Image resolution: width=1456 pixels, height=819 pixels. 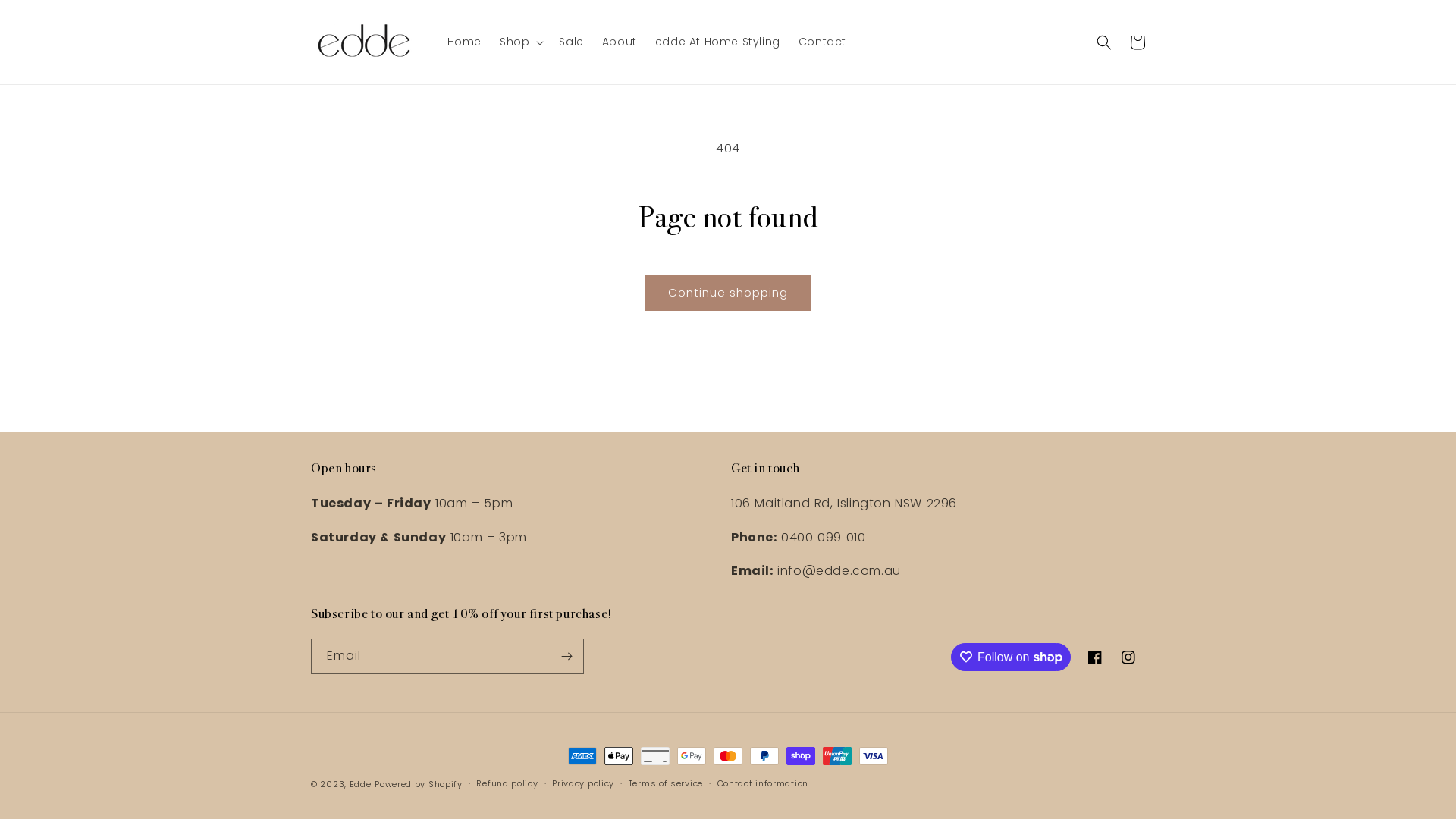 What do you see at coordinates (728, 293) in the screenshot?
I see `'Continue shopping'` at bounding box center [728, 293].